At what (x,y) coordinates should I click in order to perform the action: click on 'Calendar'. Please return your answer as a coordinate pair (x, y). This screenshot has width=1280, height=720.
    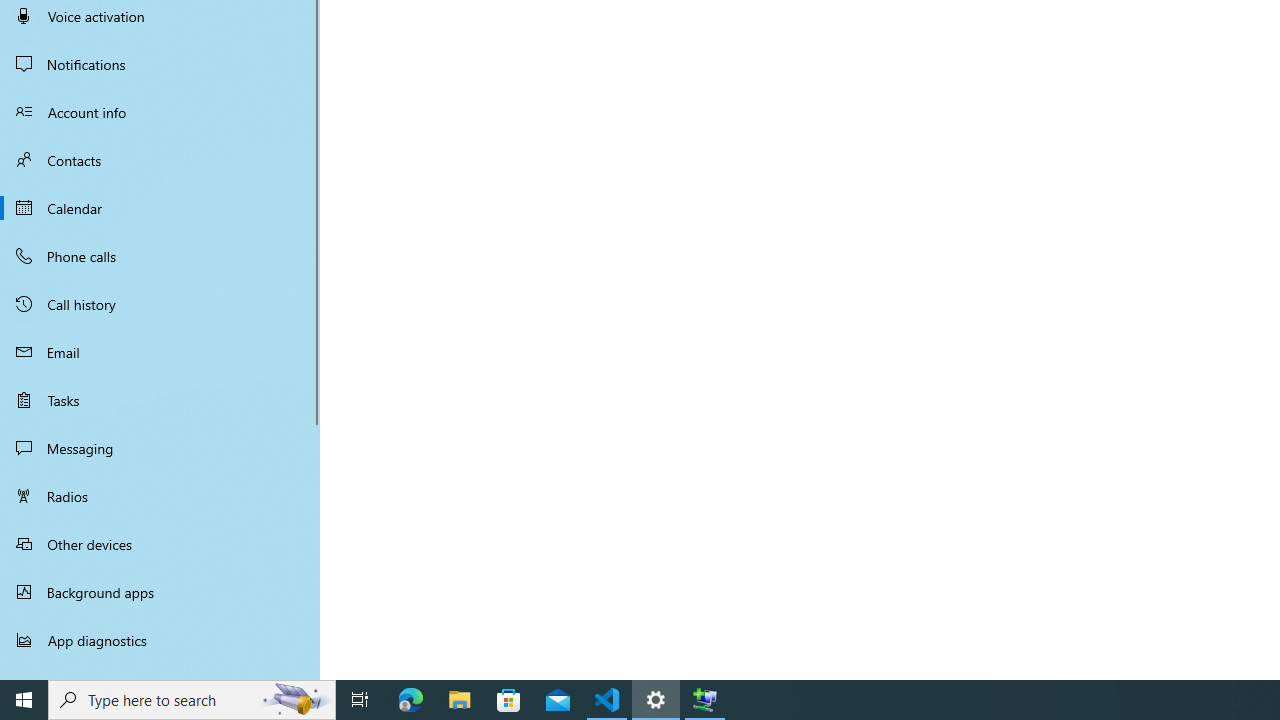
    Looking at the image, I should click on (160, 208).